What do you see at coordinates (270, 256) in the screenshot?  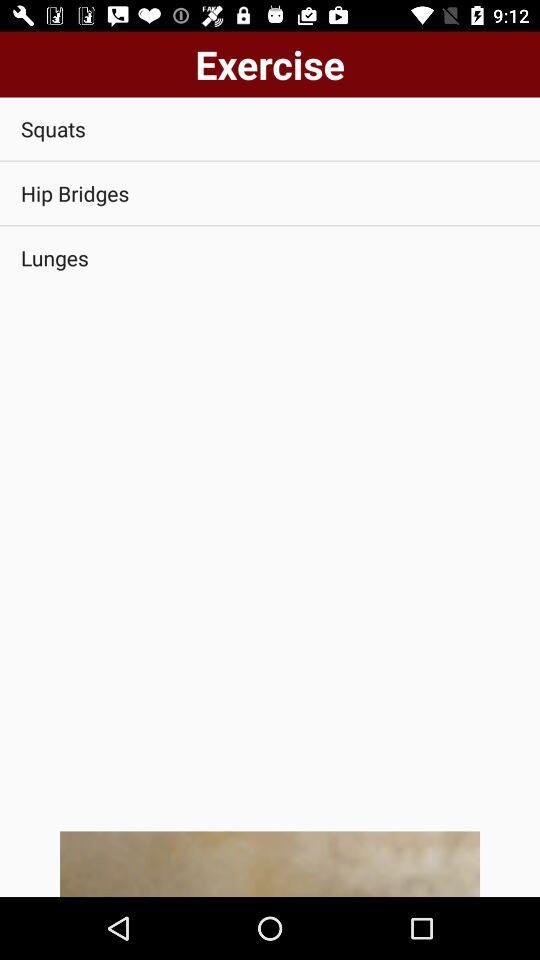 I see `lunges app` at bounding box center [270, 256].